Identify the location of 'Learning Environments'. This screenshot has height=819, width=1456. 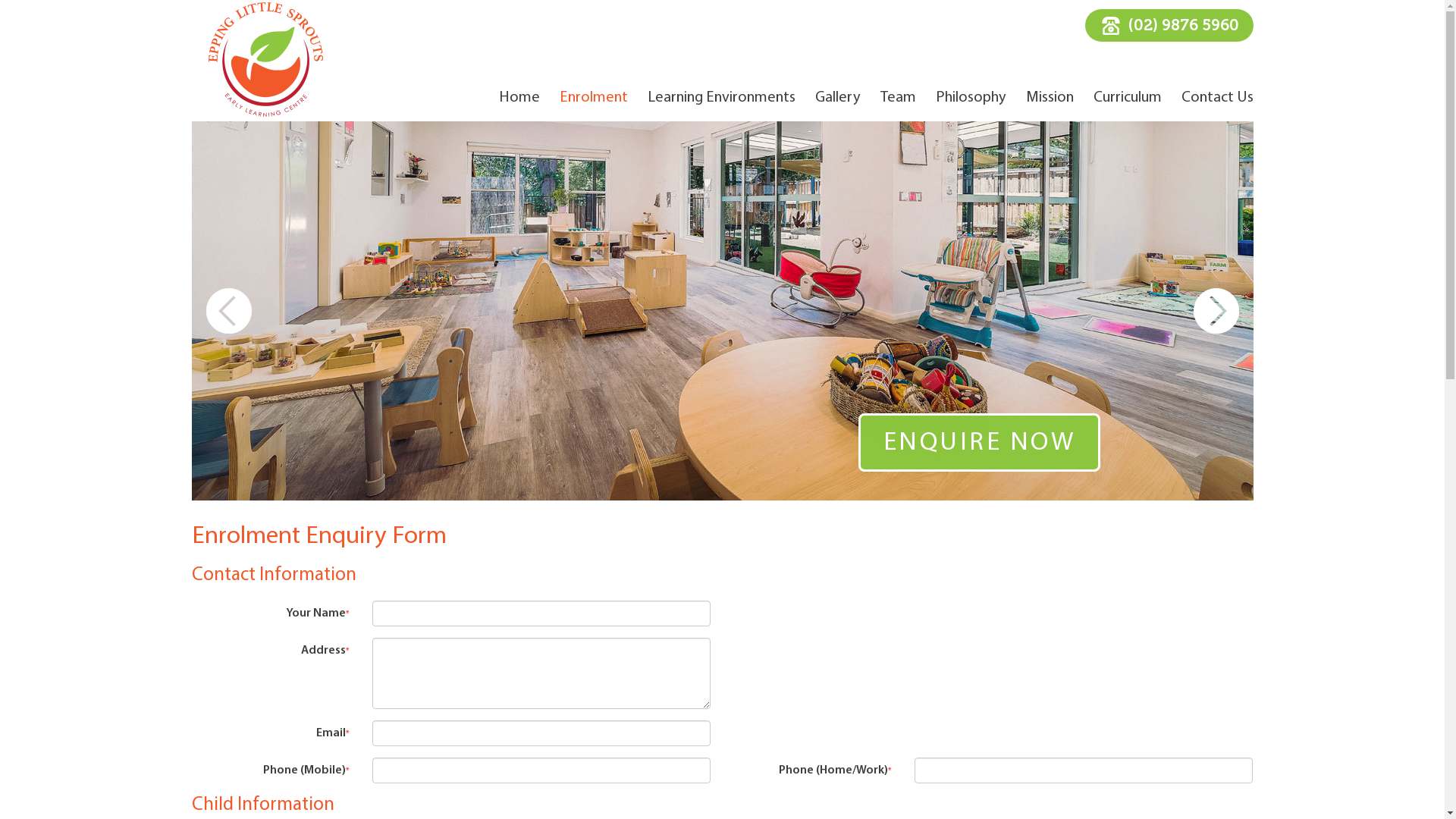
(648, 98).